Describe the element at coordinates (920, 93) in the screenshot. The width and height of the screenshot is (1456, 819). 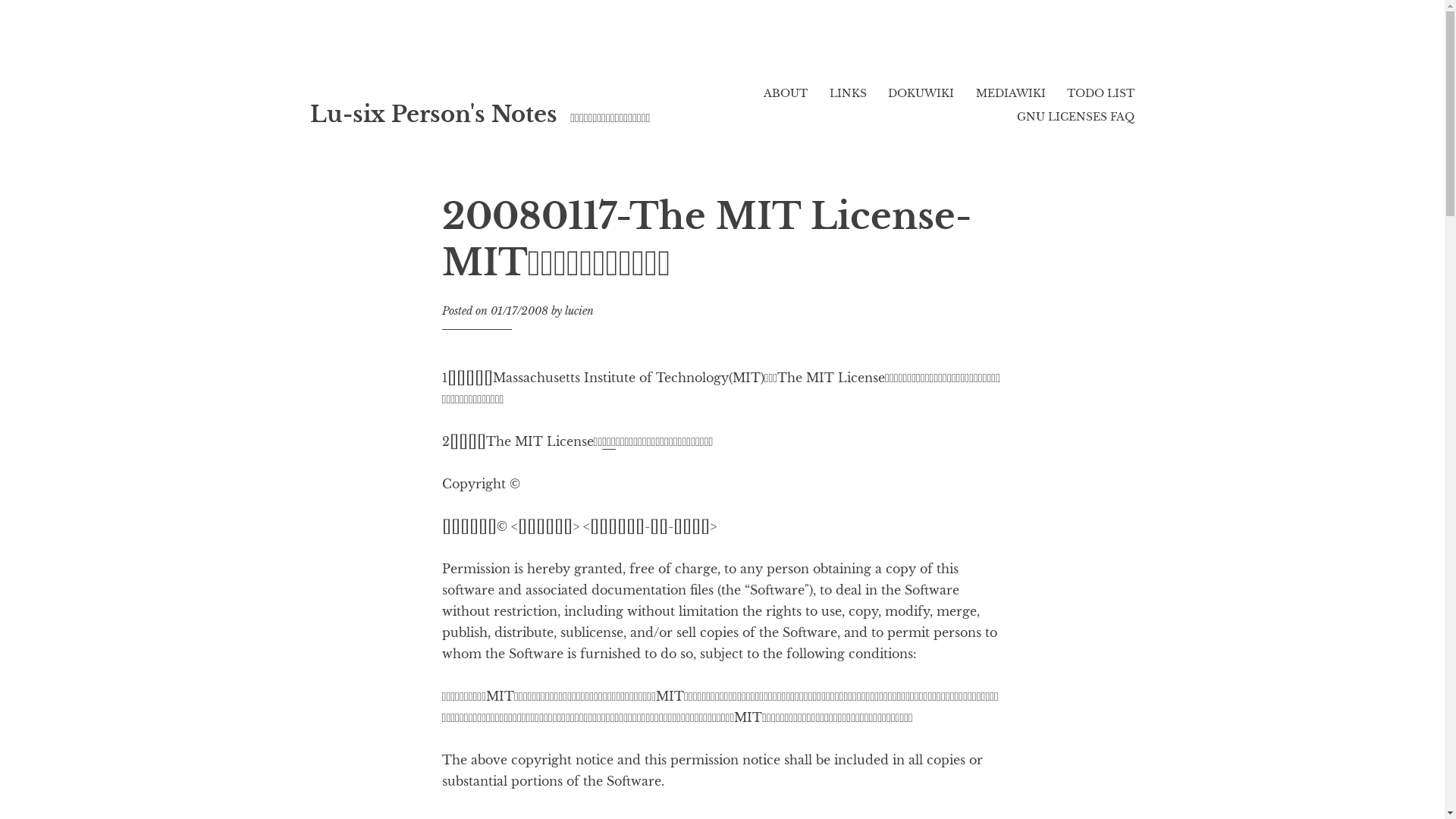
I see `'DOKUWIKI'` at that location.